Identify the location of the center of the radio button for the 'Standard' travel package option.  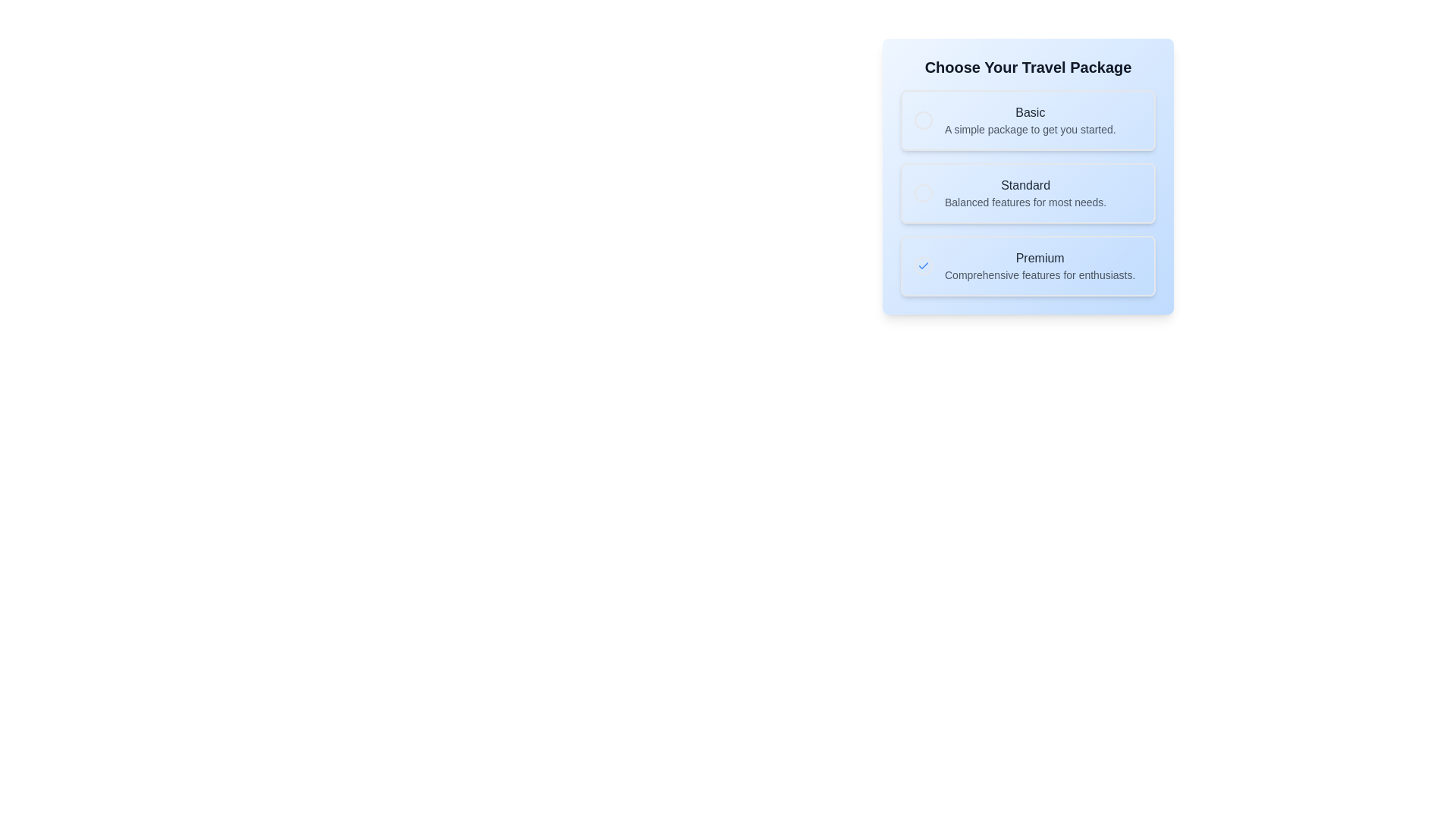
(923, 192).